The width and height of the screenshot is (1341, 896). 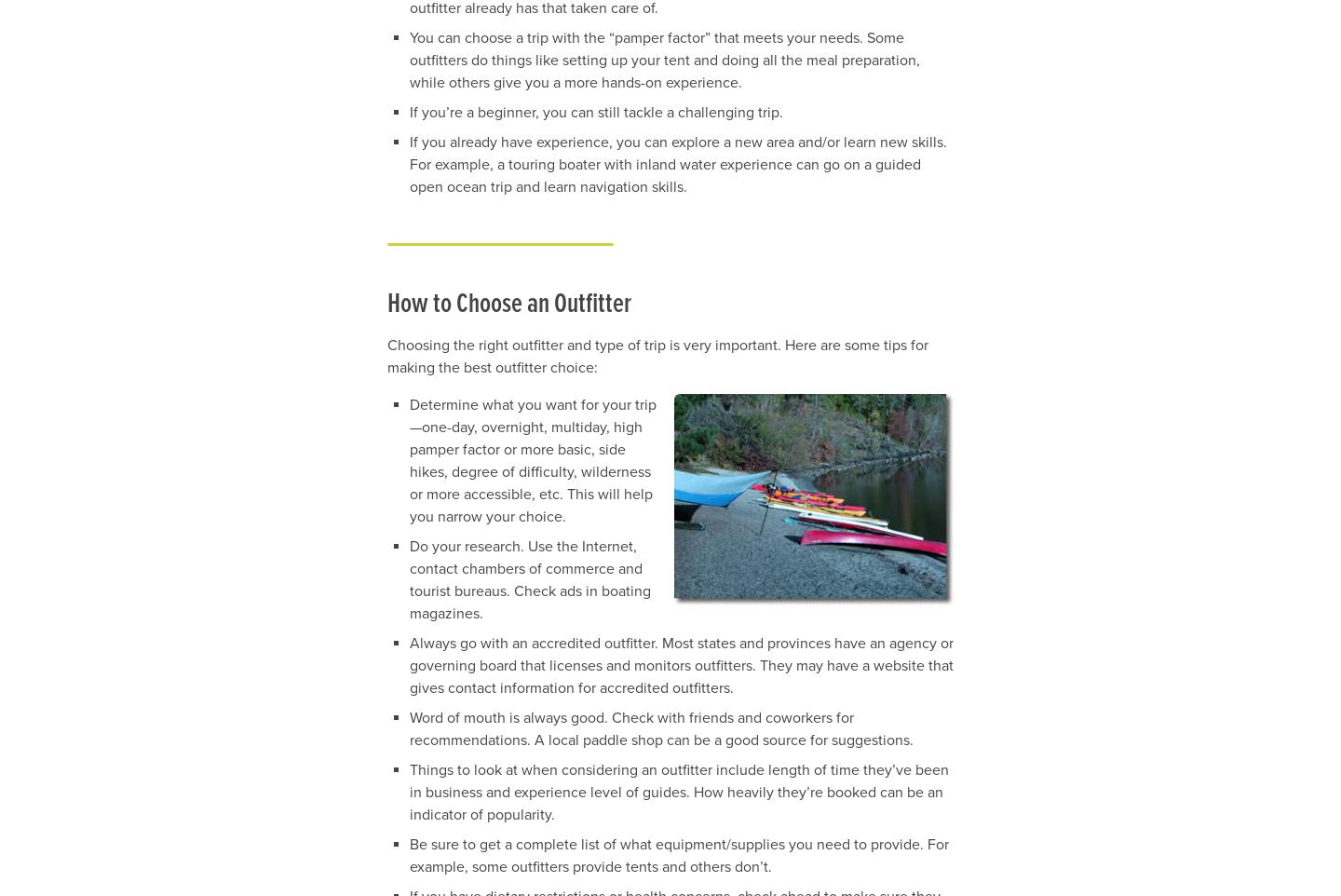 What do you see at coordinates (410, 663) in the screenshot?
I see `'Always go with an accredited outfitter. Most states and provinces have an agency or governing board that licenses and monitors outfitters. They may have a website that gives contact information for accredited outfitters.'` at bounding box center [410, 663].